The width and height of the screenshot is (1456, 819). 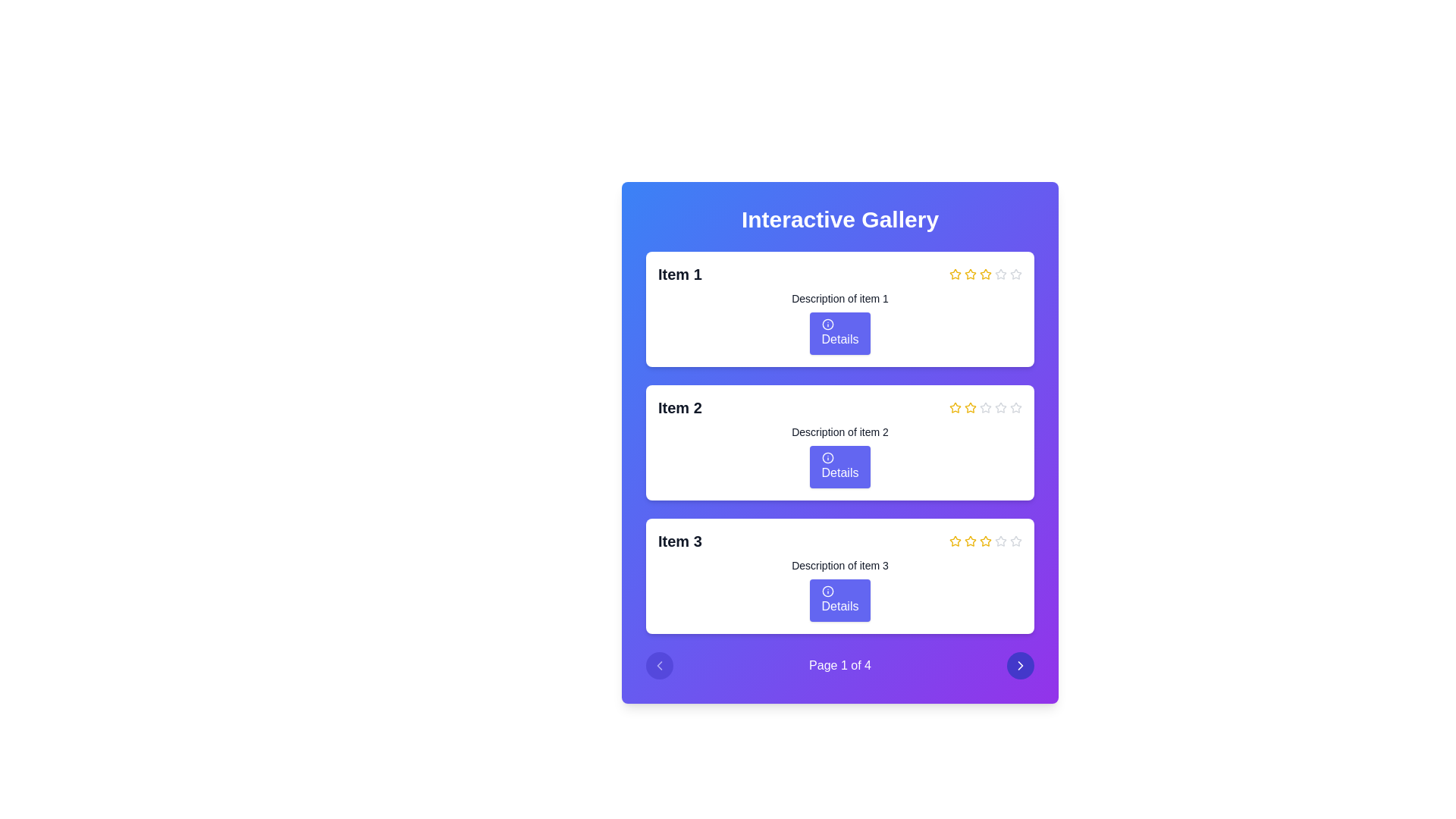 What do you see at coordinates (971, 275) in the screenshot?
I see `the second star in the rating component of the first card labeled 'Item 1'` at bounding box center [971, 275].